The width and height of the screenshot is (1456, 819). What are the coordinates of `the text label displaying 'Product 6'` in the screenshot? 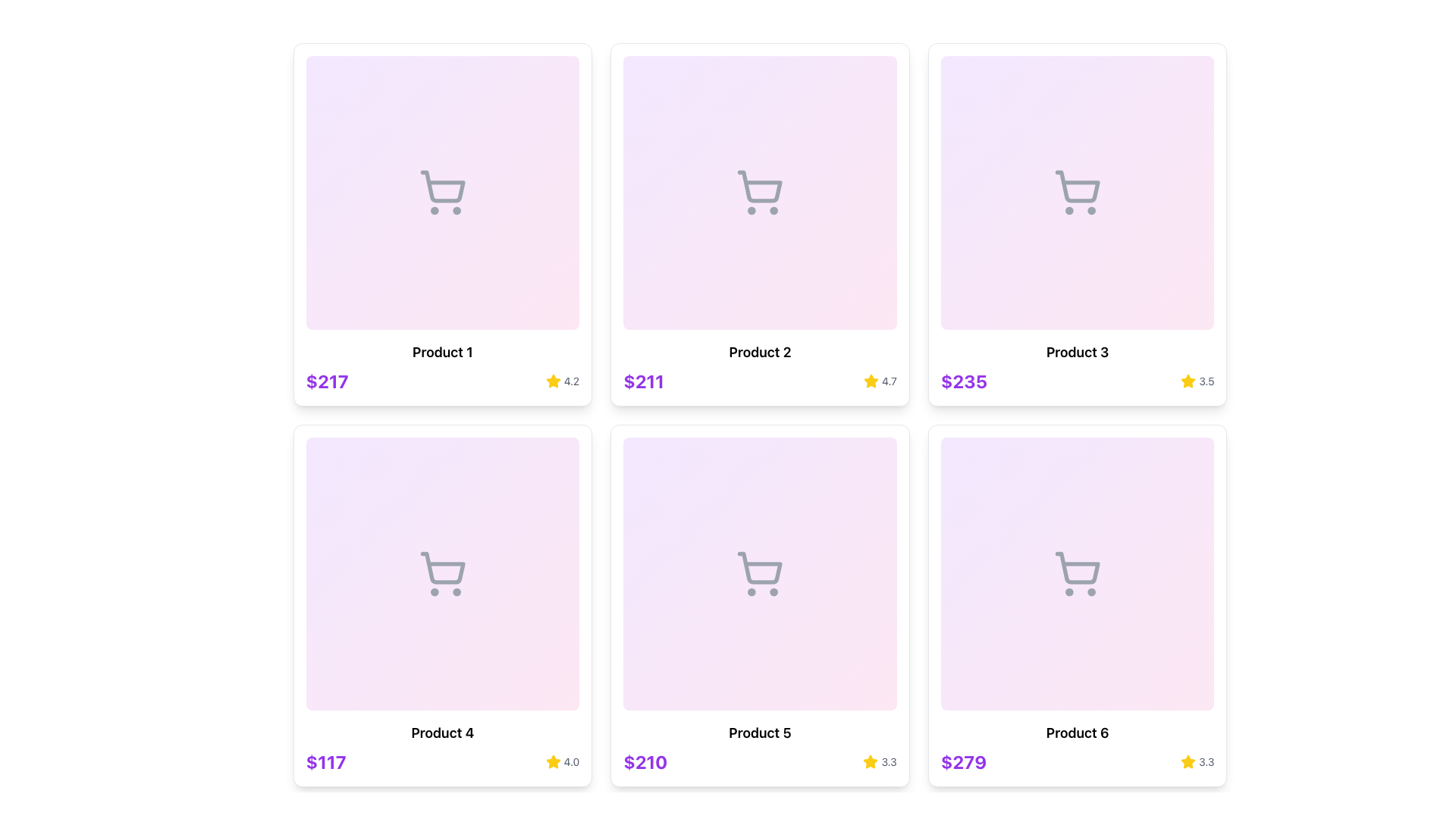 It's located at (1077, 733).